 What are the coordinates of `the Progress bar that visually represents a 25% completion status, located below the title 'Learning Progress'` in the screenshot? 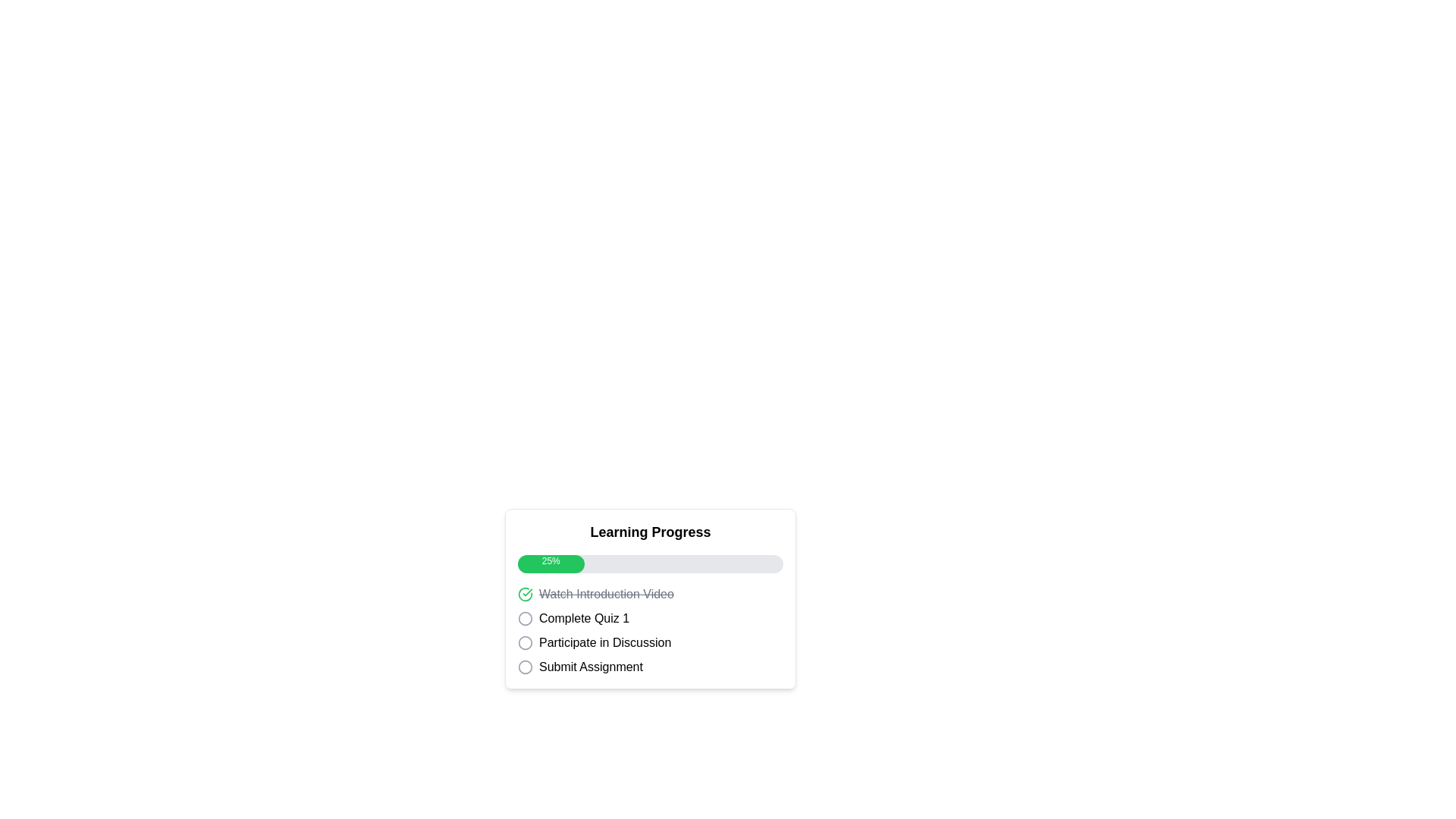 It's located at (651, 564).